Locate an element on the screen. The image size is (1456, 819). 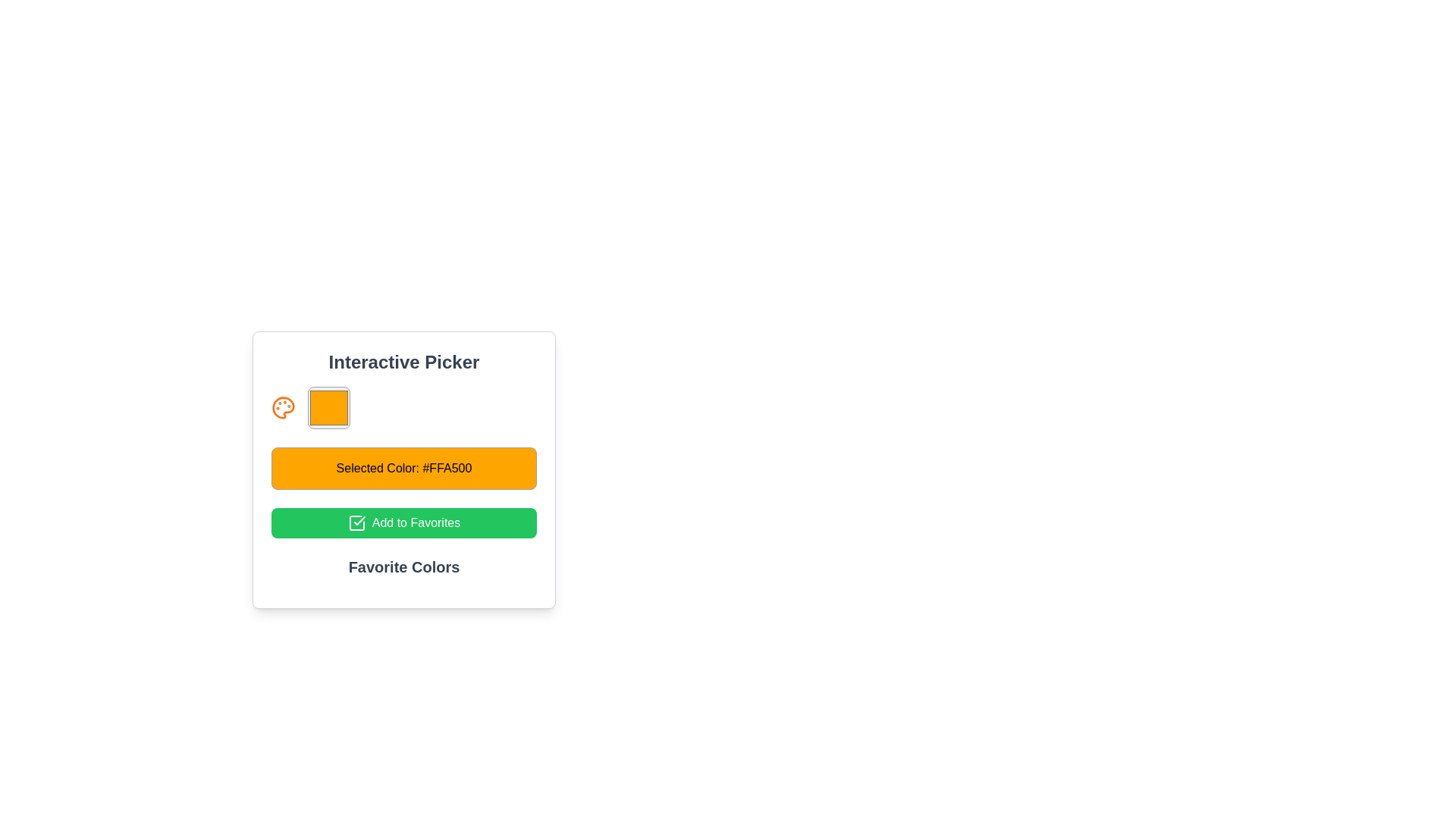
the green square icon with a white checkmark symbol, which is located to the left of the 'Add to Favorites' text inside the button is located at coordinates (356, 522).